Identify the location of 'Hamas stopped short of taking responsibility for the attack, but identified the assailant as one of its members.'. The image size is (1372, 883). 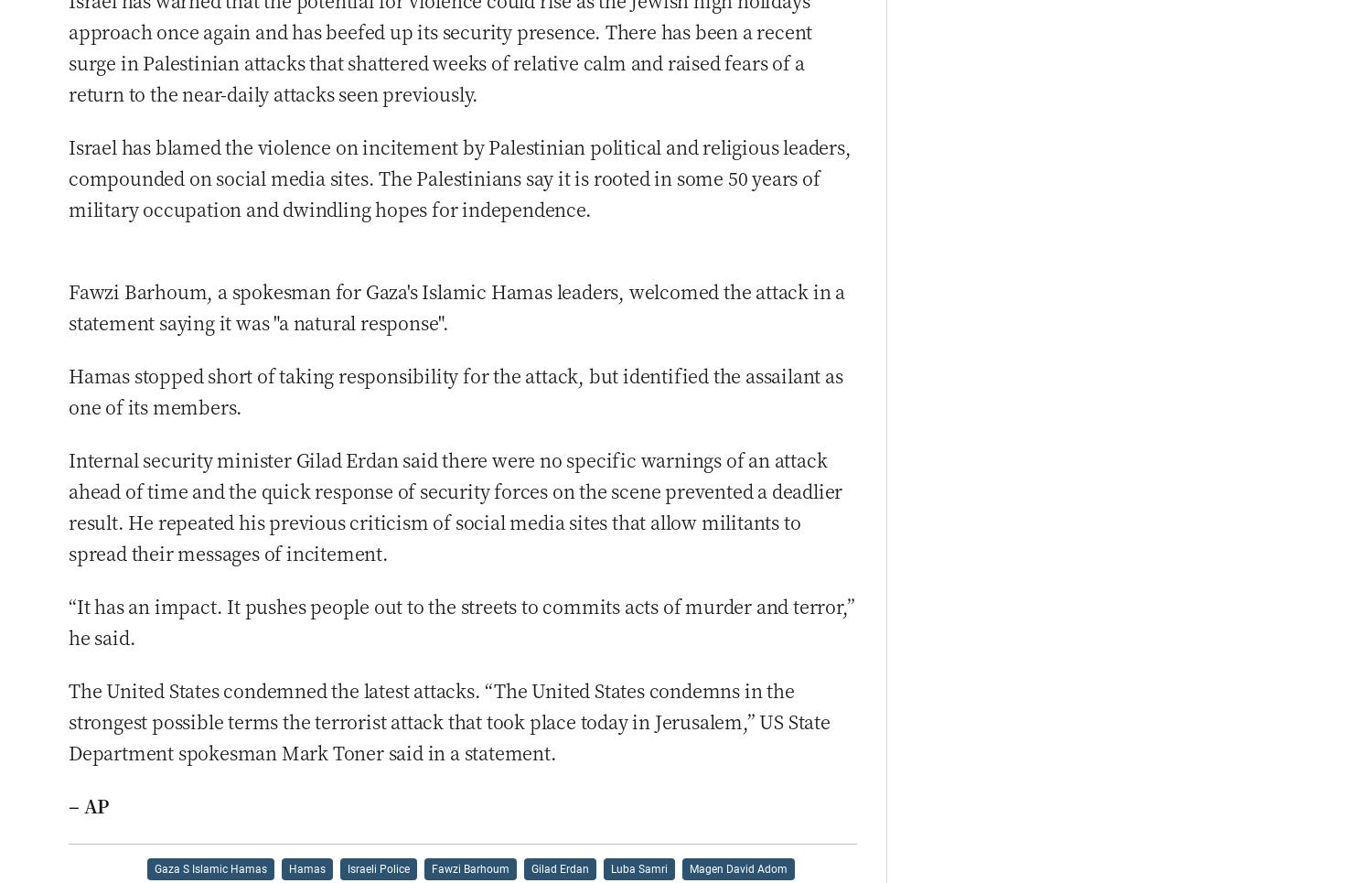
(455, 391).